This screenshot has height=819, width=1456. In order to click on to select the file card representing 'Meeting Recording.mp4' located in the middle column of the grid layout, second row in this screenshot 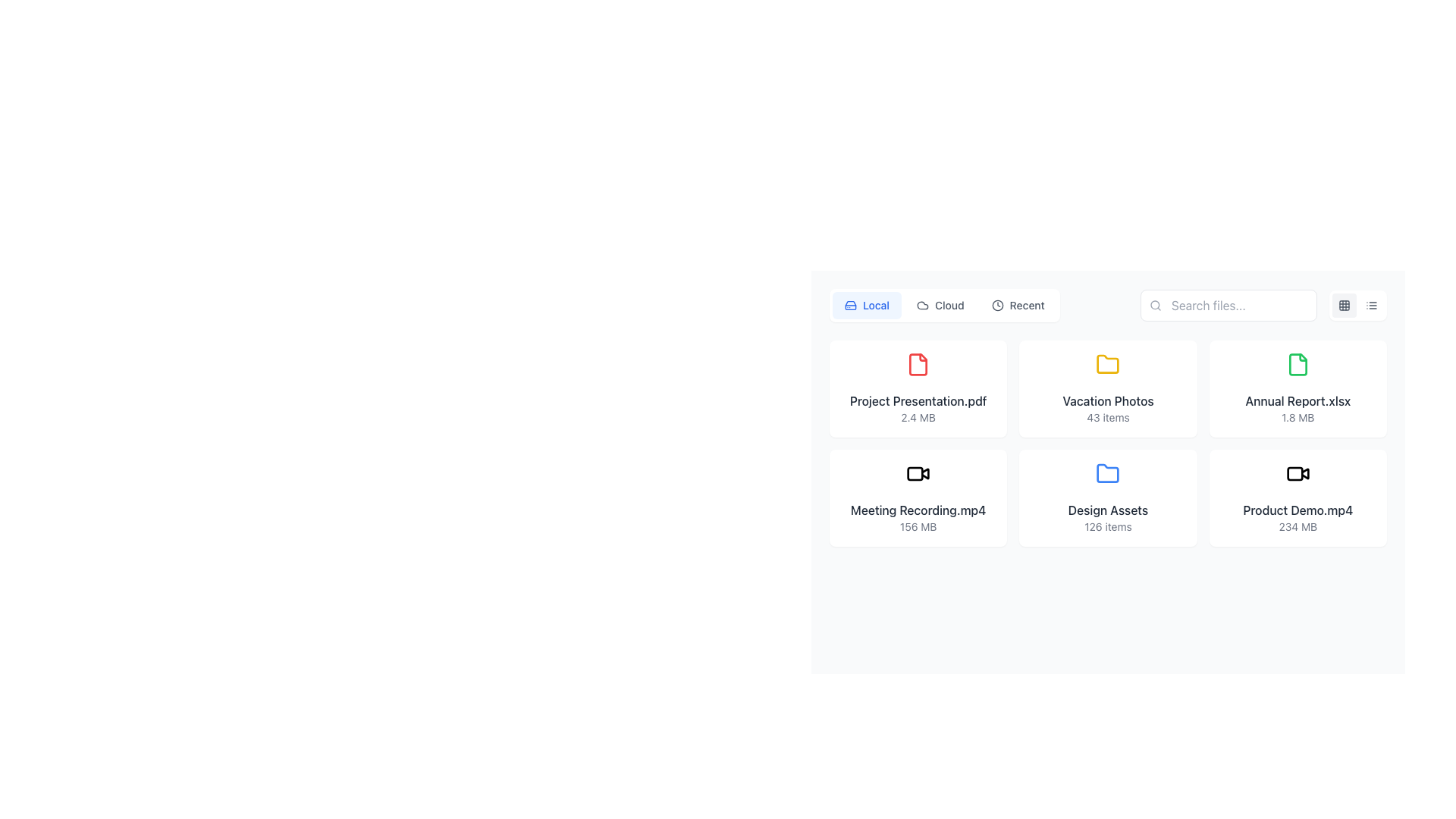, I will do `click(918, 497)`.